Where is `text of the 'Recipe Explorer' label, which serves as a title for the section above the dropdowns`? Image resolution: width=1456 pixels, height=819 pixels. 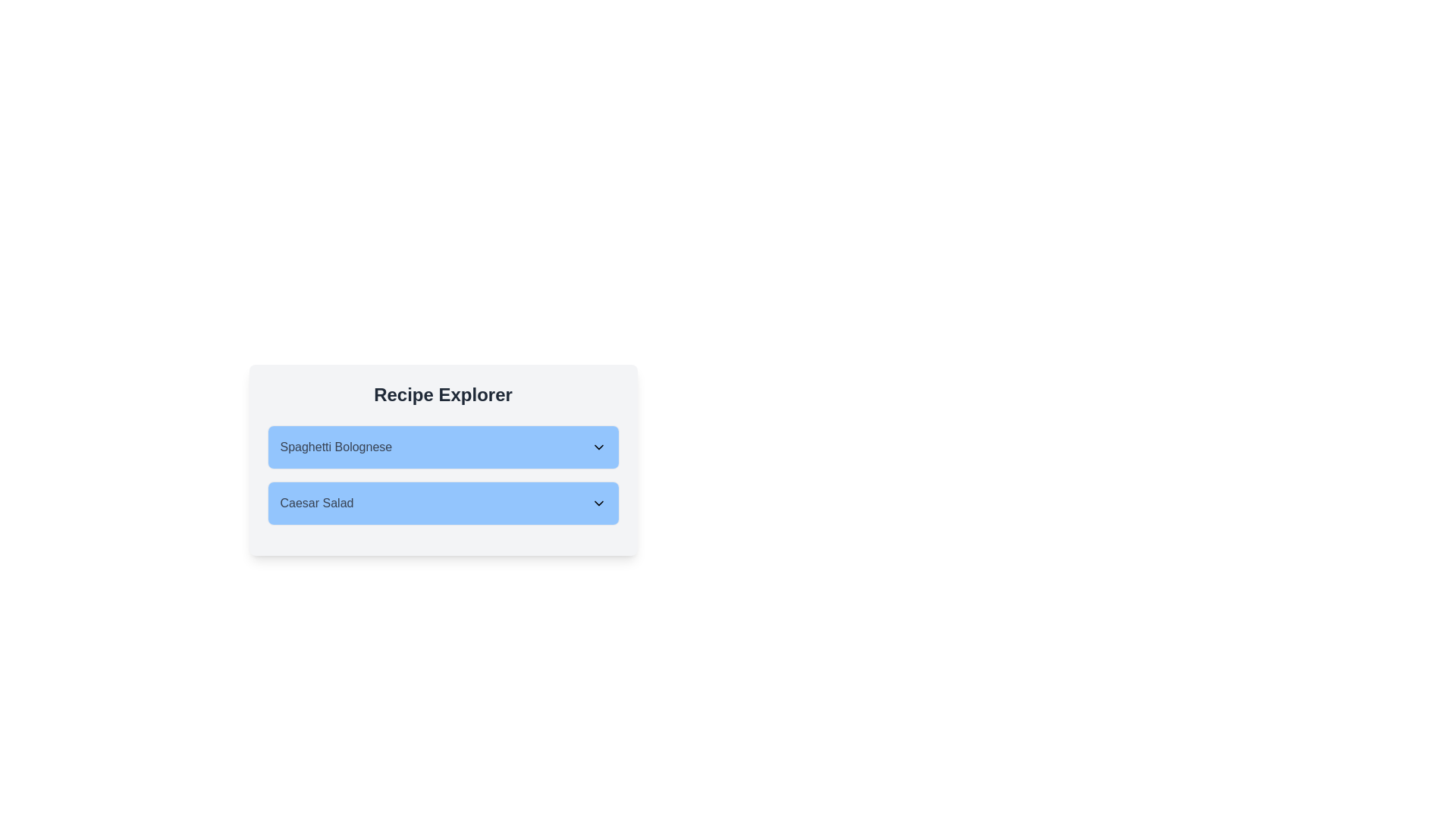 text of the 'Recipe Explorer' label, which serves as a title for the section above the dropdowns is located at coordinates (442, 394).